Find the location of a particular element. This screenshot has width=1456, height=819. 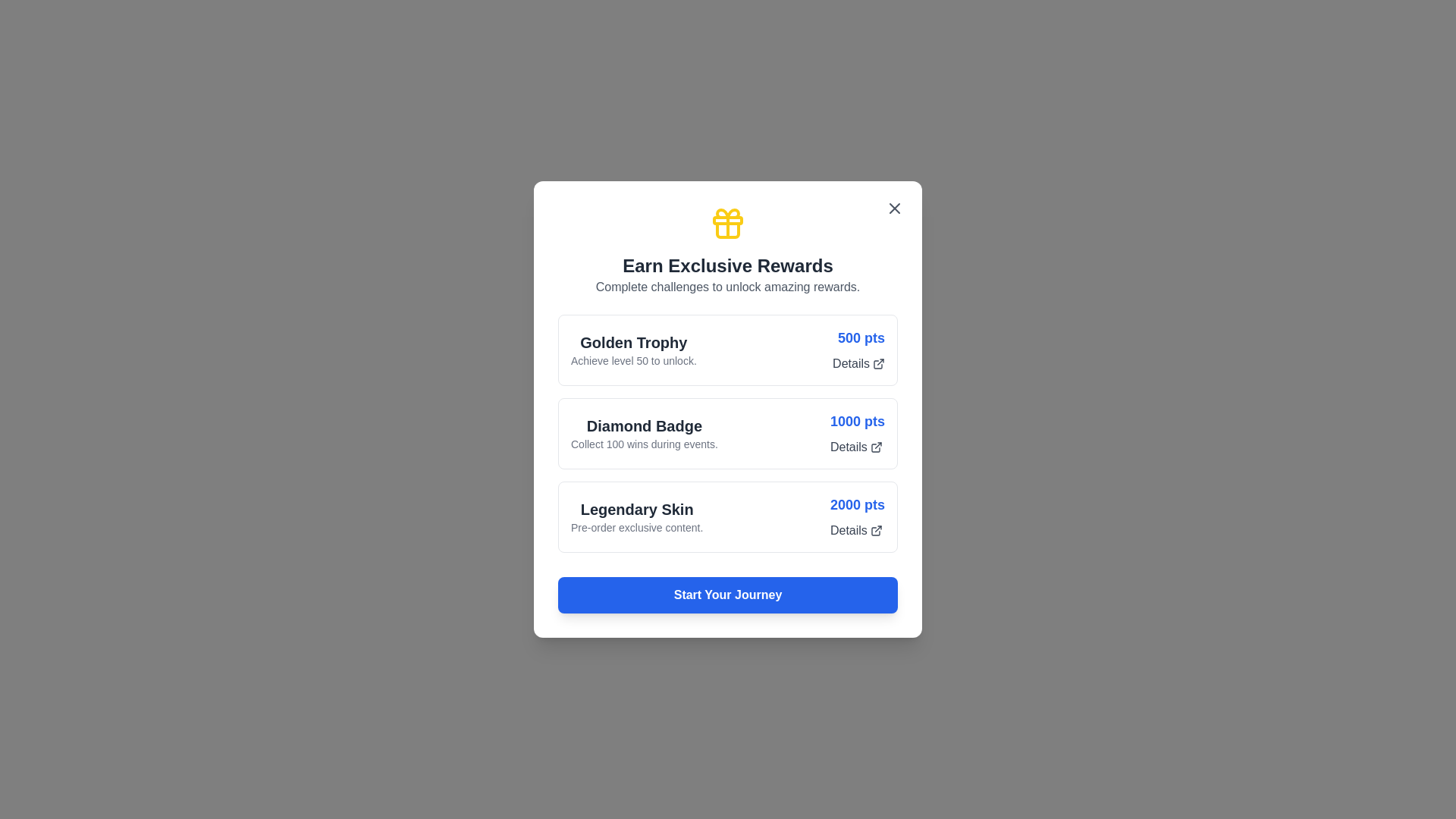

the descriptive subheading or tagline text label located directly below the heading 'Earn Exclusive Rewards' in the centered modal interface is located at coordinates (728, 287).